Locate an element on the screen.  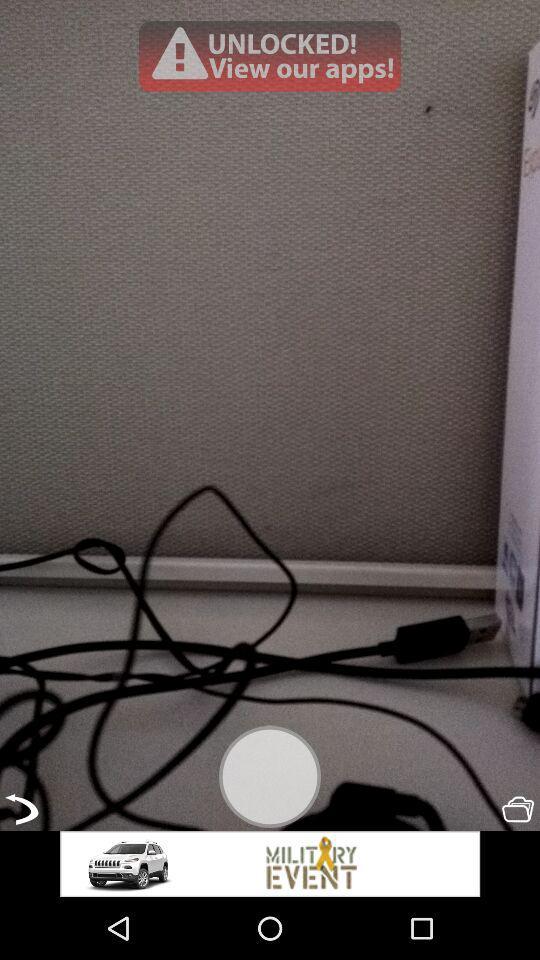
view apps is located at coordinates (270, 55).